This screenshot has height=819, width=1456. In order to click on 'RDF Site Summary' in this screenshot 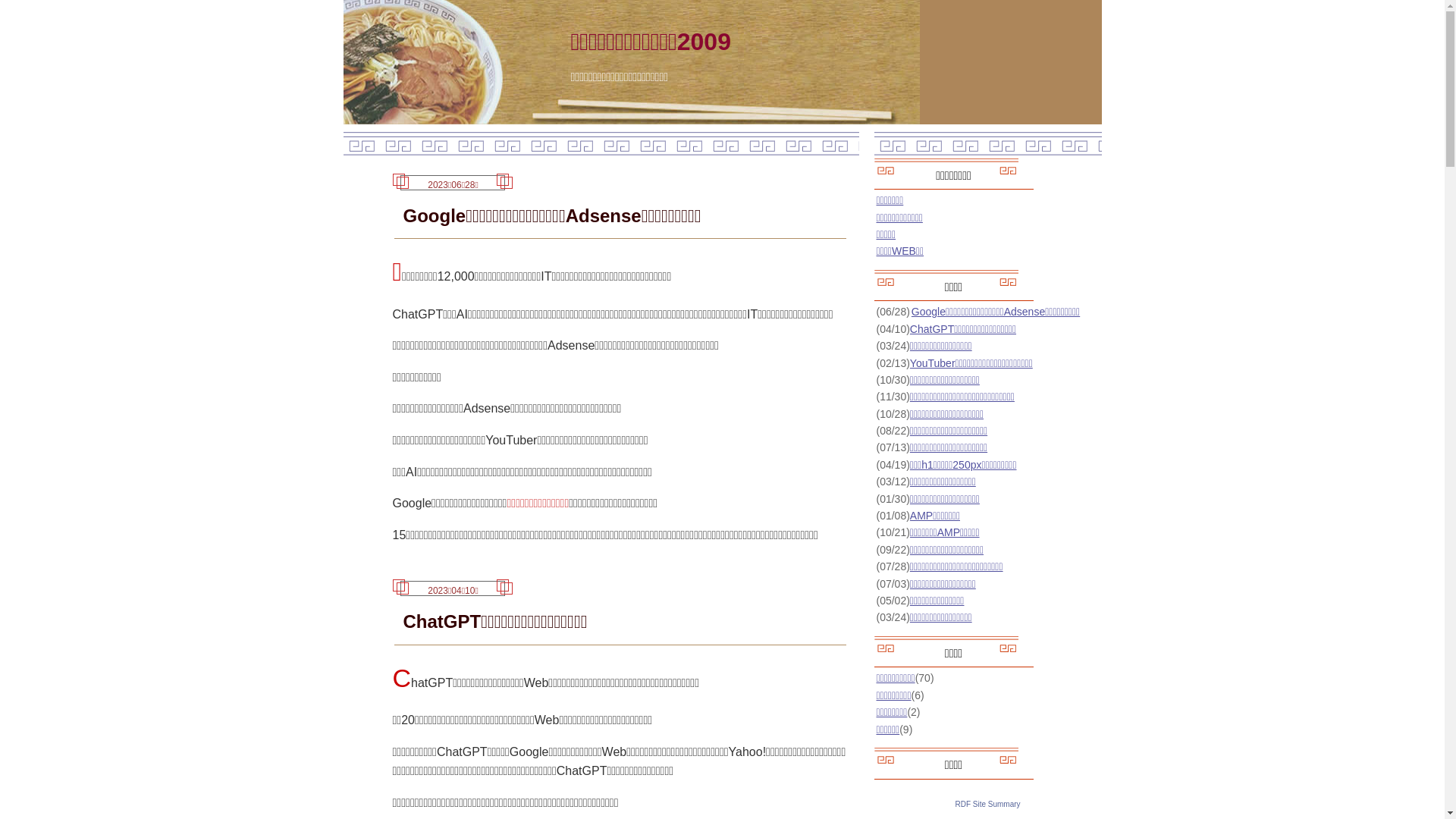, I will do `click(987, 802)`.